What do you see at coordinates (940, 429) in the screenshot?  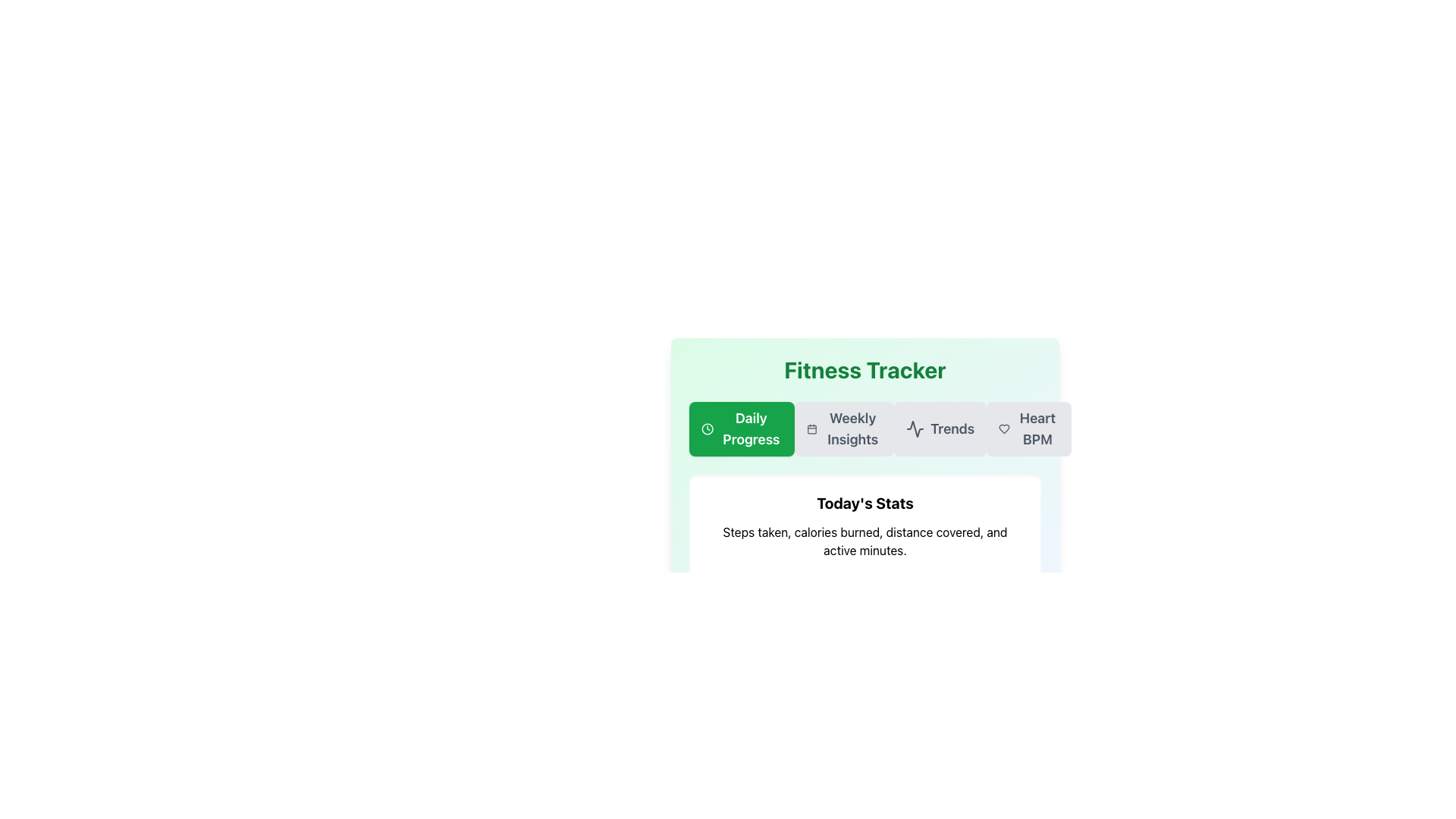 I see `the 'Trends' button, which has a gray background and a heartbeat graph icon` at bounding box center [940, 429].